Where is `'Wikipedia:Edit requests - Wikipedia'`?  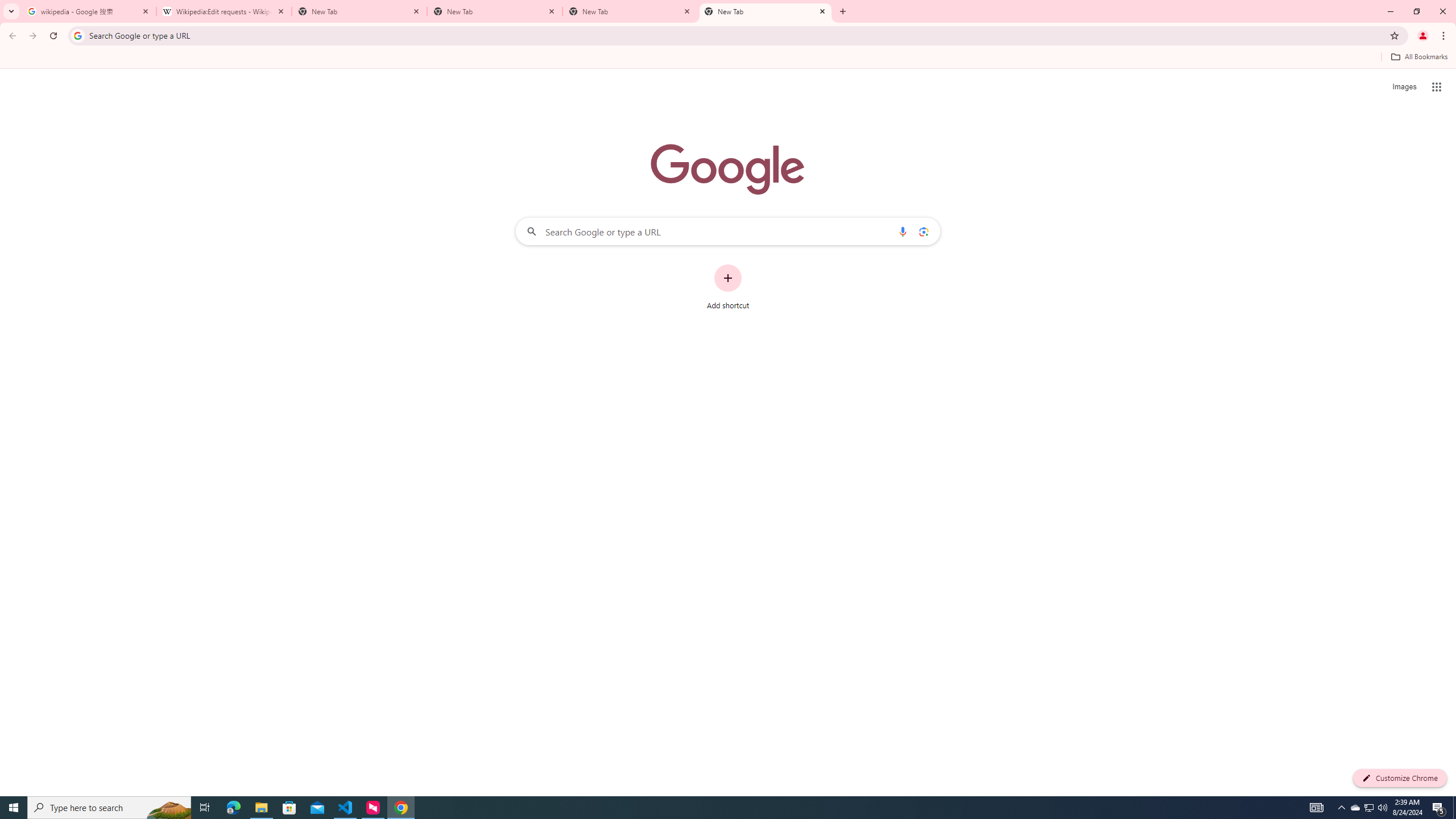
'Wikipedia:Edit requests - Wikipedia' is located at coordinates (224, 11).